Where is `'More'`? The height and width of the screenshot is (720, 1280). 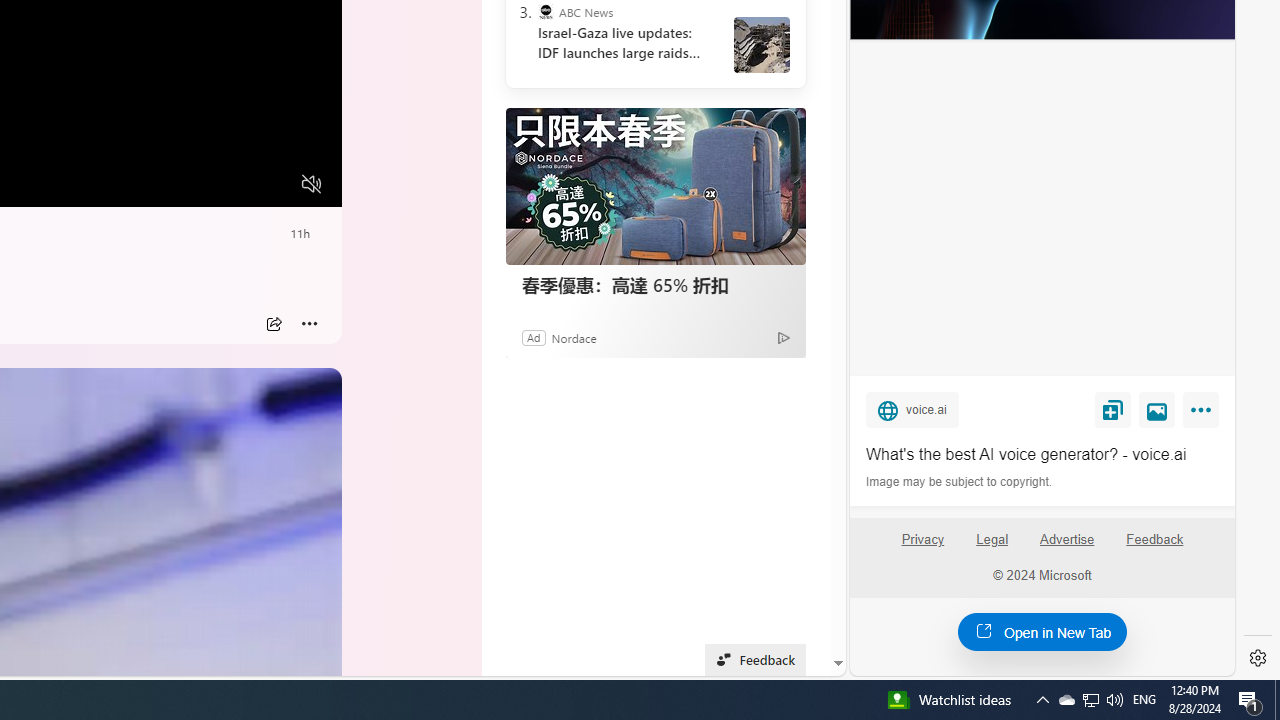
'More' is located at coordinates (1203, 412).